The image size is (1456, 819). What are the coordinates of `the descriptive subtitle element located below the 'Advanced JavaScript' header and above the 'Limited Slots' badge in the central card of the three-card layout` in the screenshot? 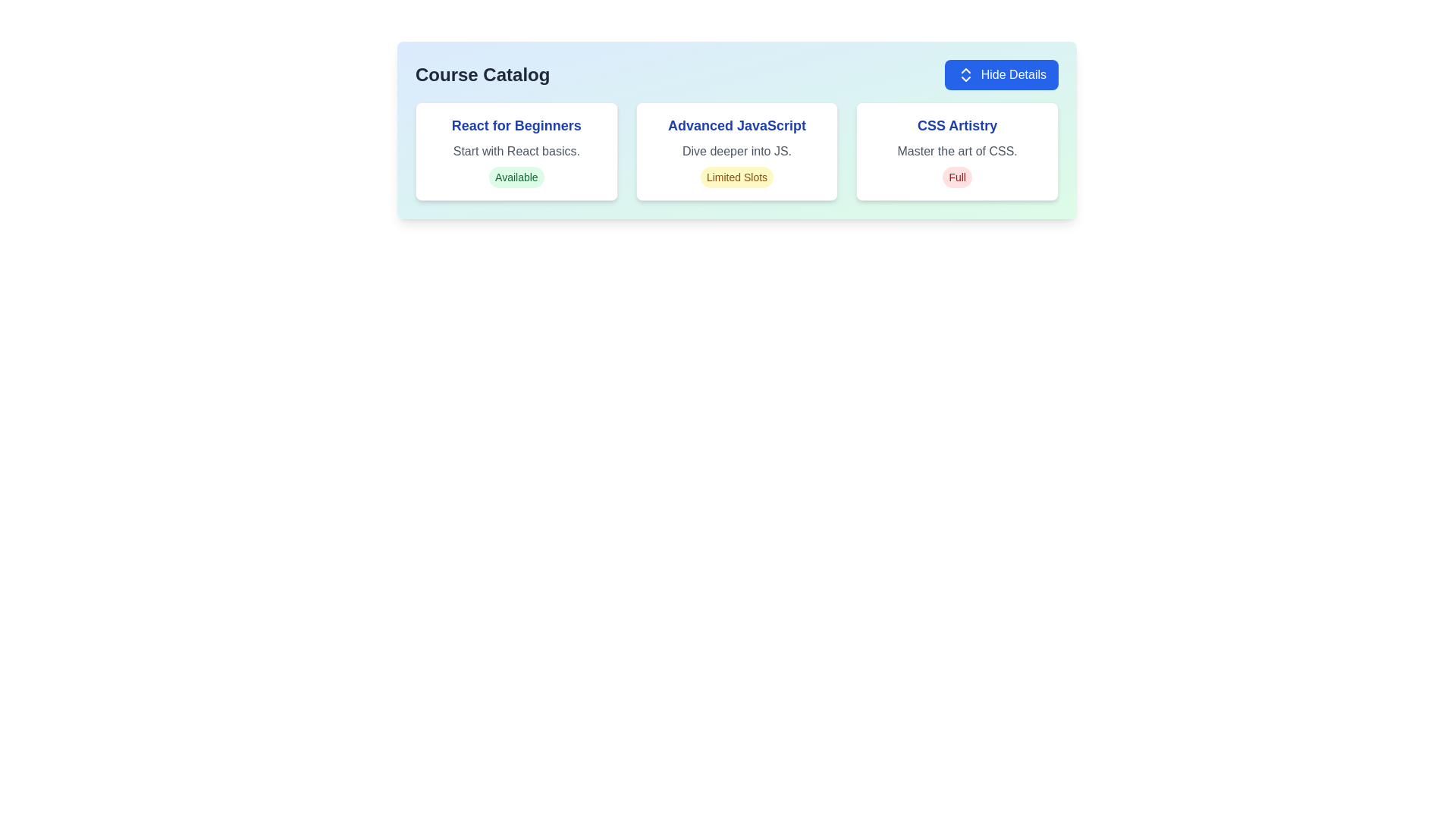 It's located at (736, 152).